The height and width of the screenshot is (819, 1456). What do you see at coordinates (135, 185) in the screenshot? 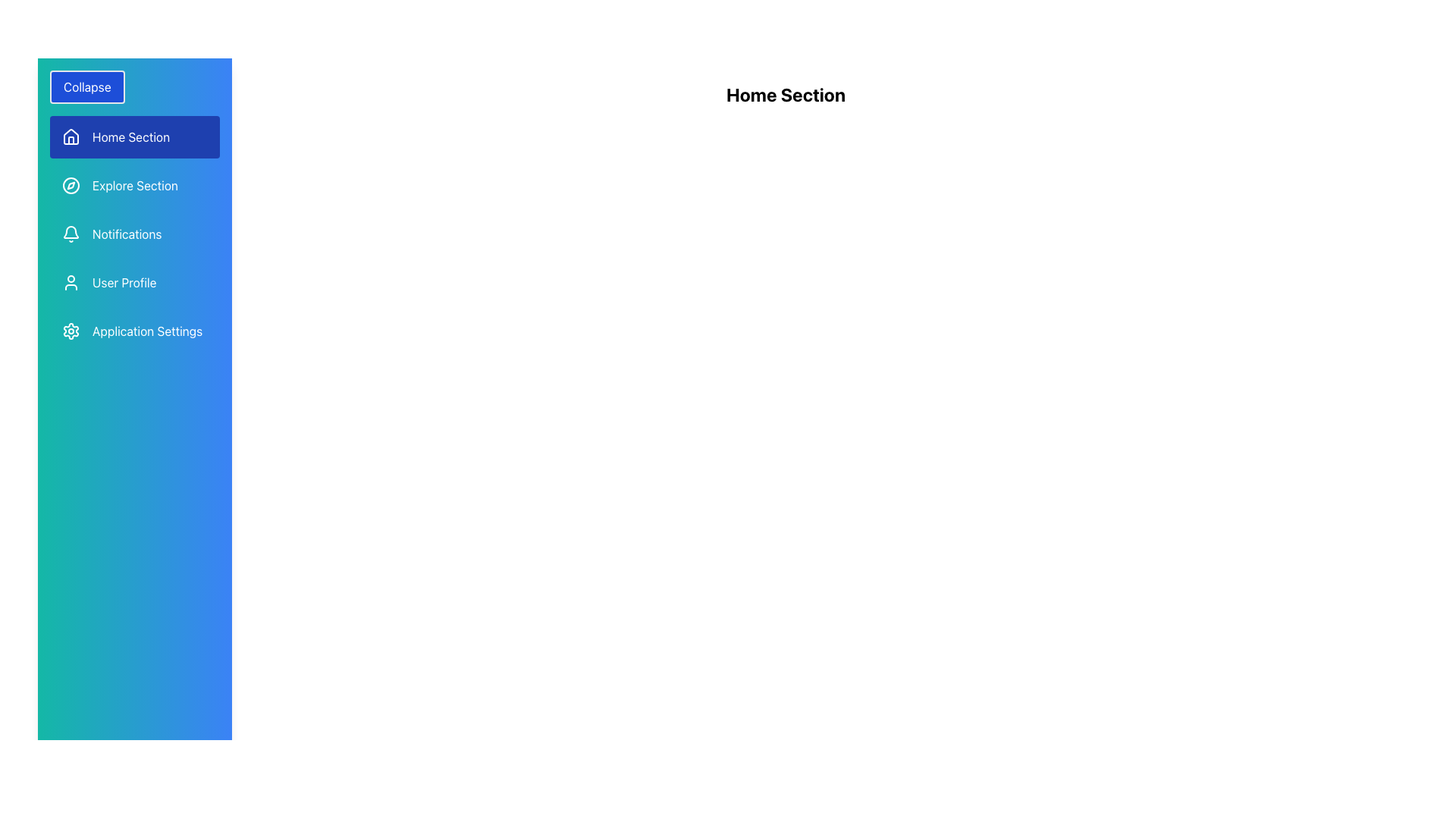
I see `the 'Explore Section' navigation link, which is the second item in the left-side navigation bar` at bounding box center [135, 185].